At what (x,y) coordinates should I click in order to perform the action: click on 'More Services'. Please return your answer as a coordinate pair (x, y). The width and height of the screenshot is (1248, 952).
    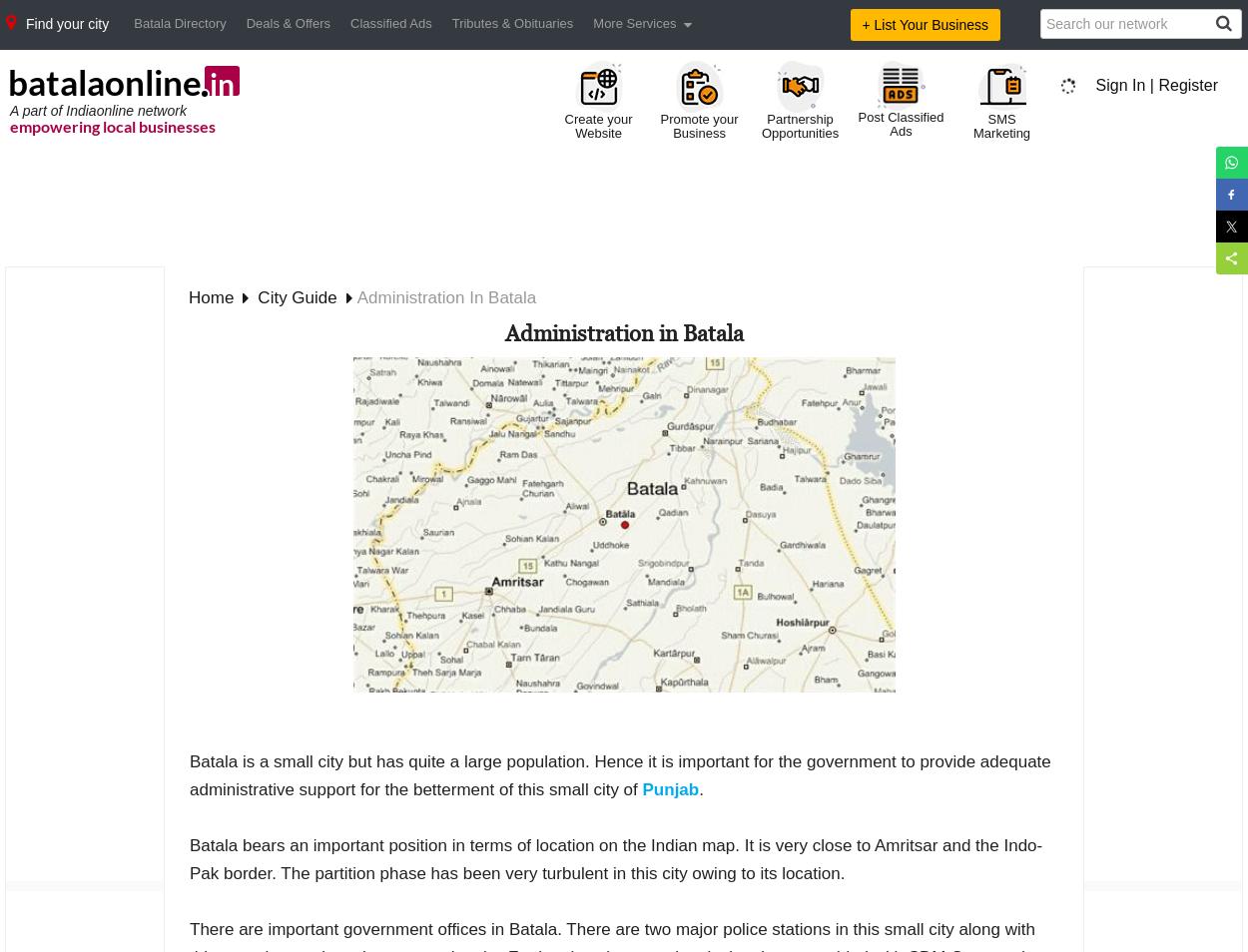
    Looking at the image, I should click on (634, 22).